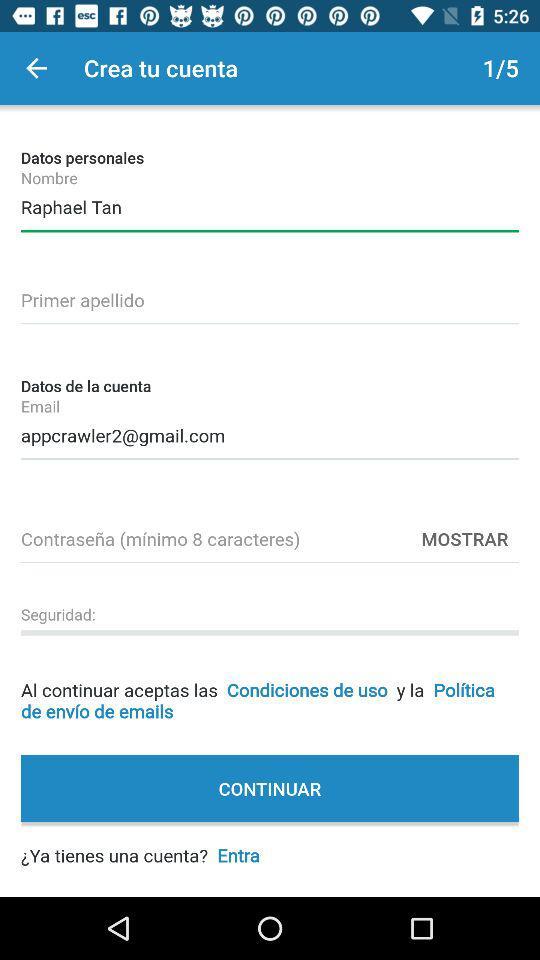 The image size is (540, 960). Describe the element at coordinates (464, 537) in the screenshot. I see `the item below the appcrawler2@gmail.com` at that location.